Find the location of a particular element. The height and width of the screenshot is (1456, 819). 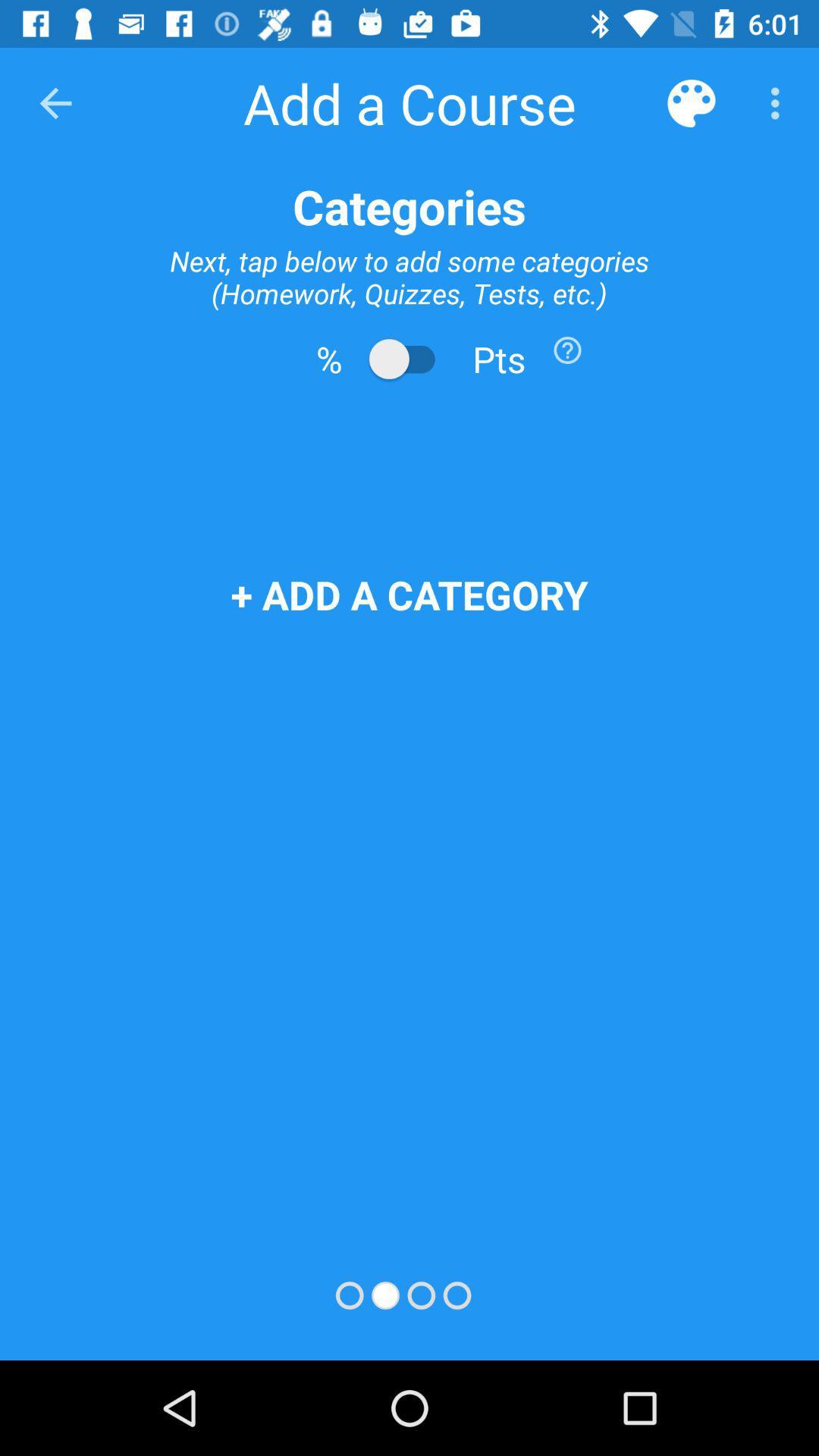

switch from percents to points is located at coordinates (409, 358).